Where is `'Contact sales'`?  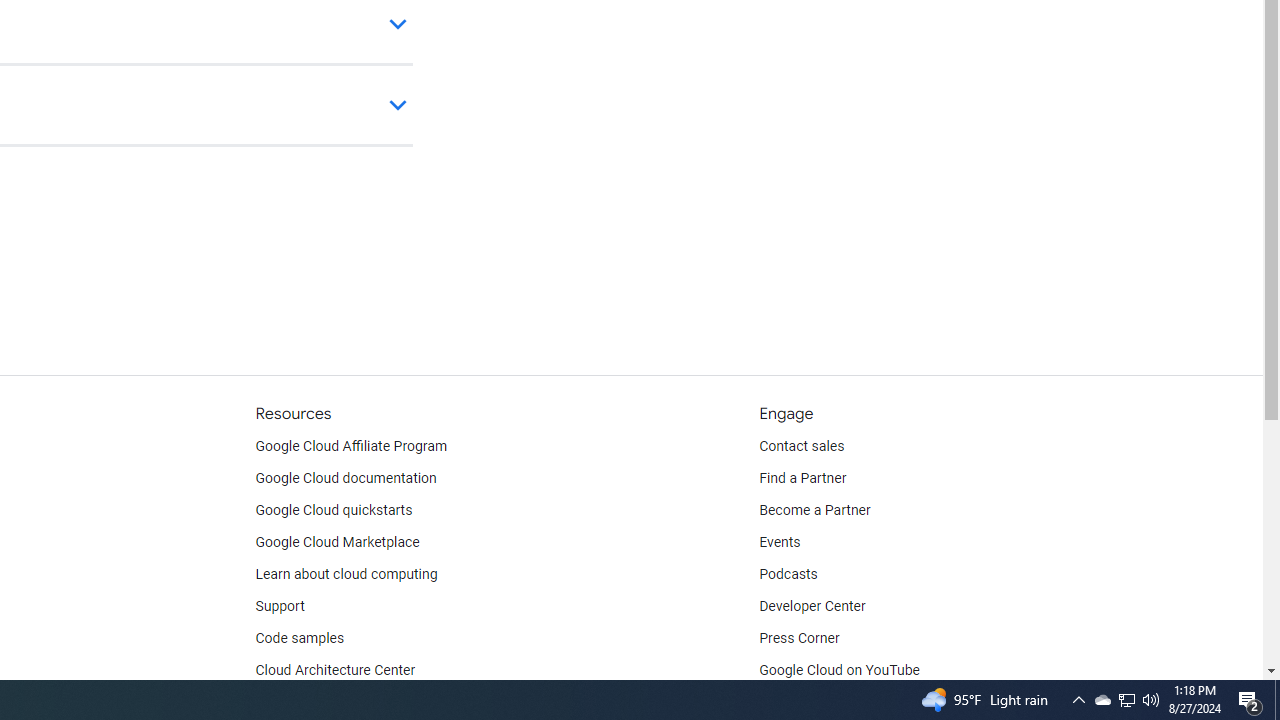 'Contact sales' is located at coordinates (801, 446).